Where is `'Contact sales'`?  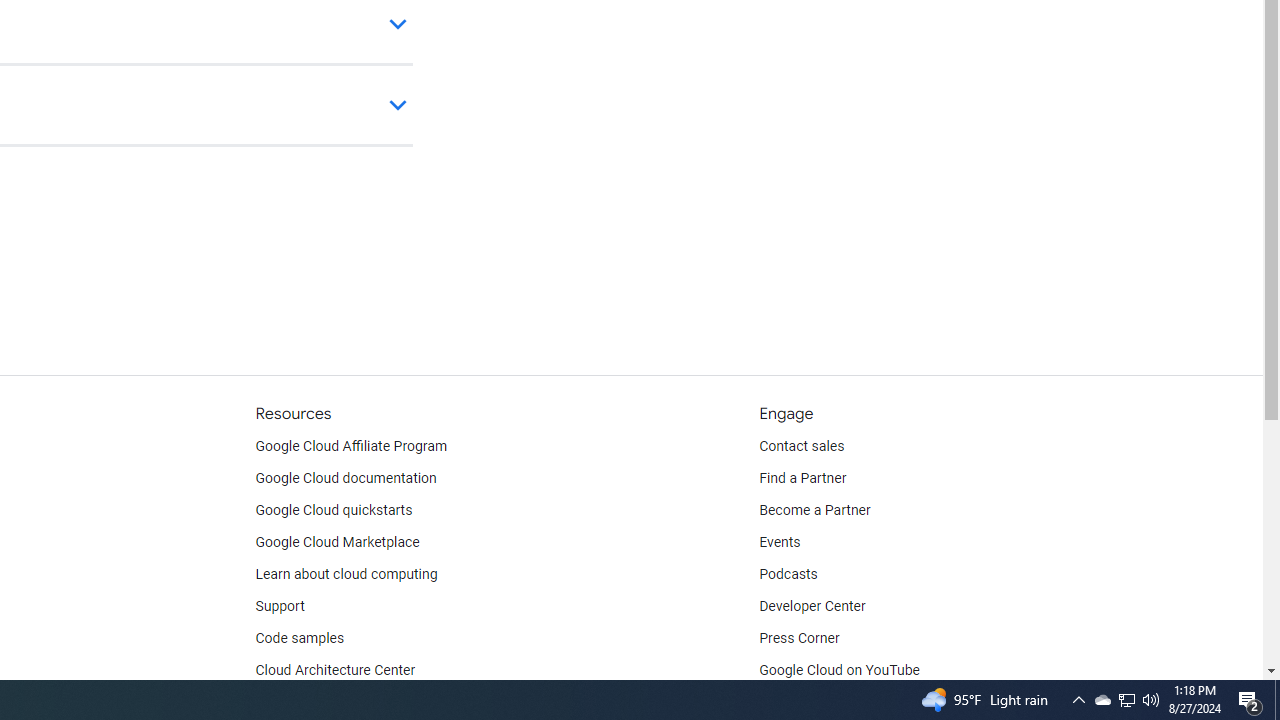 'Contact sales' is located at coordinates (801, 446).